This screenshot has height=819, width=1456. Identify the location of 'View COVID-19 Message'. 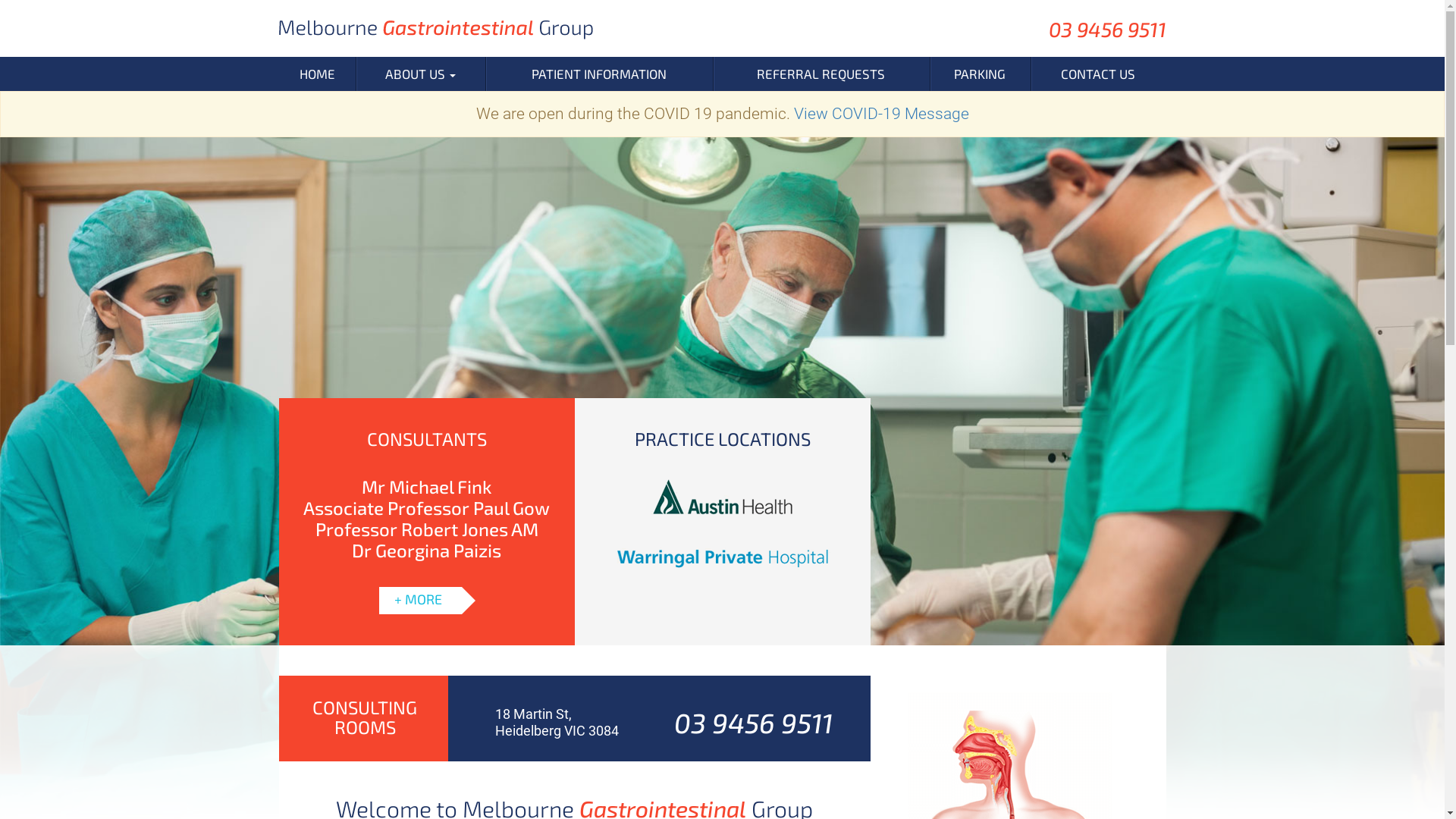
(880, 113).